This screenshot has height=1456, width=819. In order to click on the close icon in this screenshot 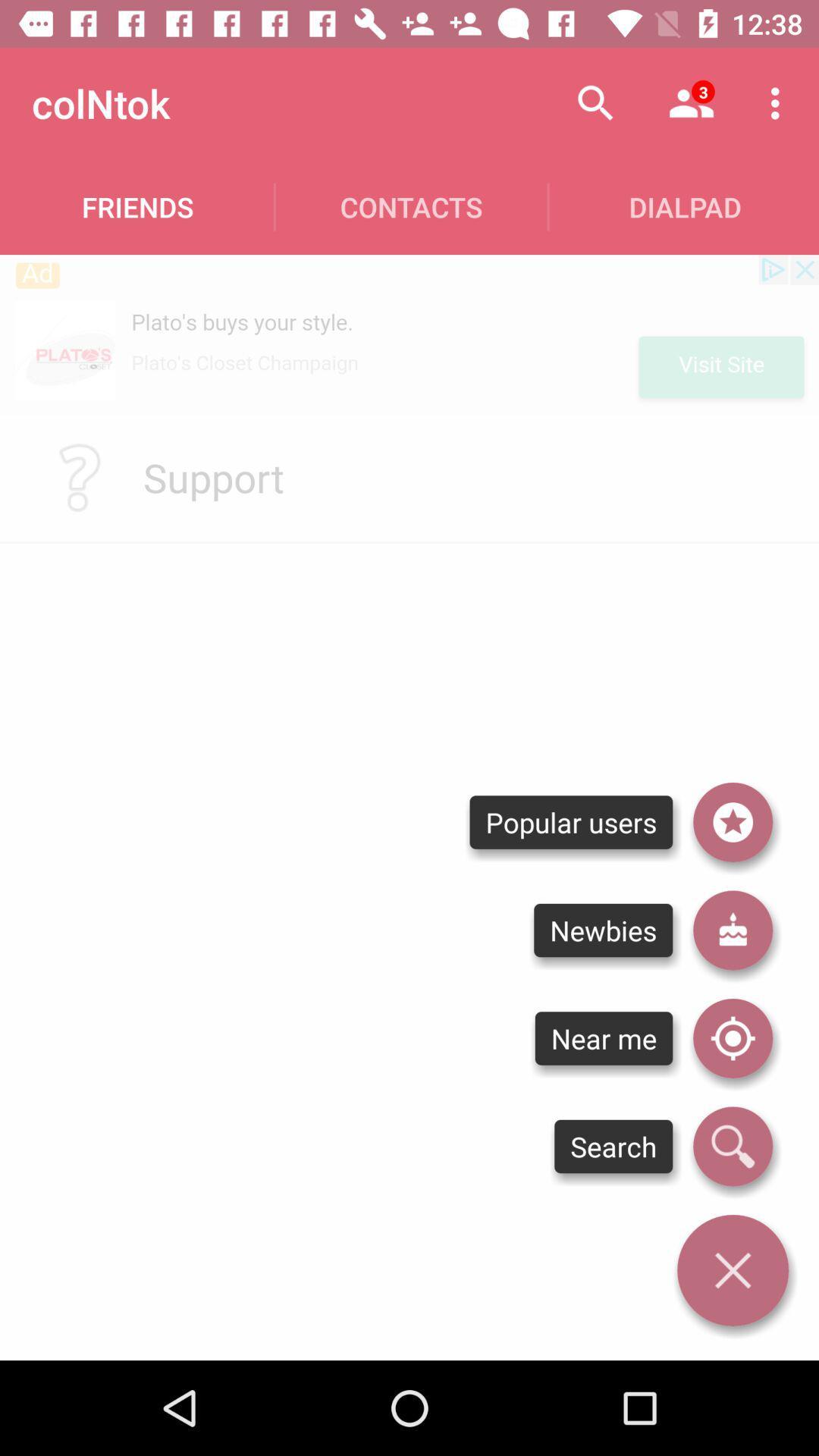, I will do `click(732, 1270)`.